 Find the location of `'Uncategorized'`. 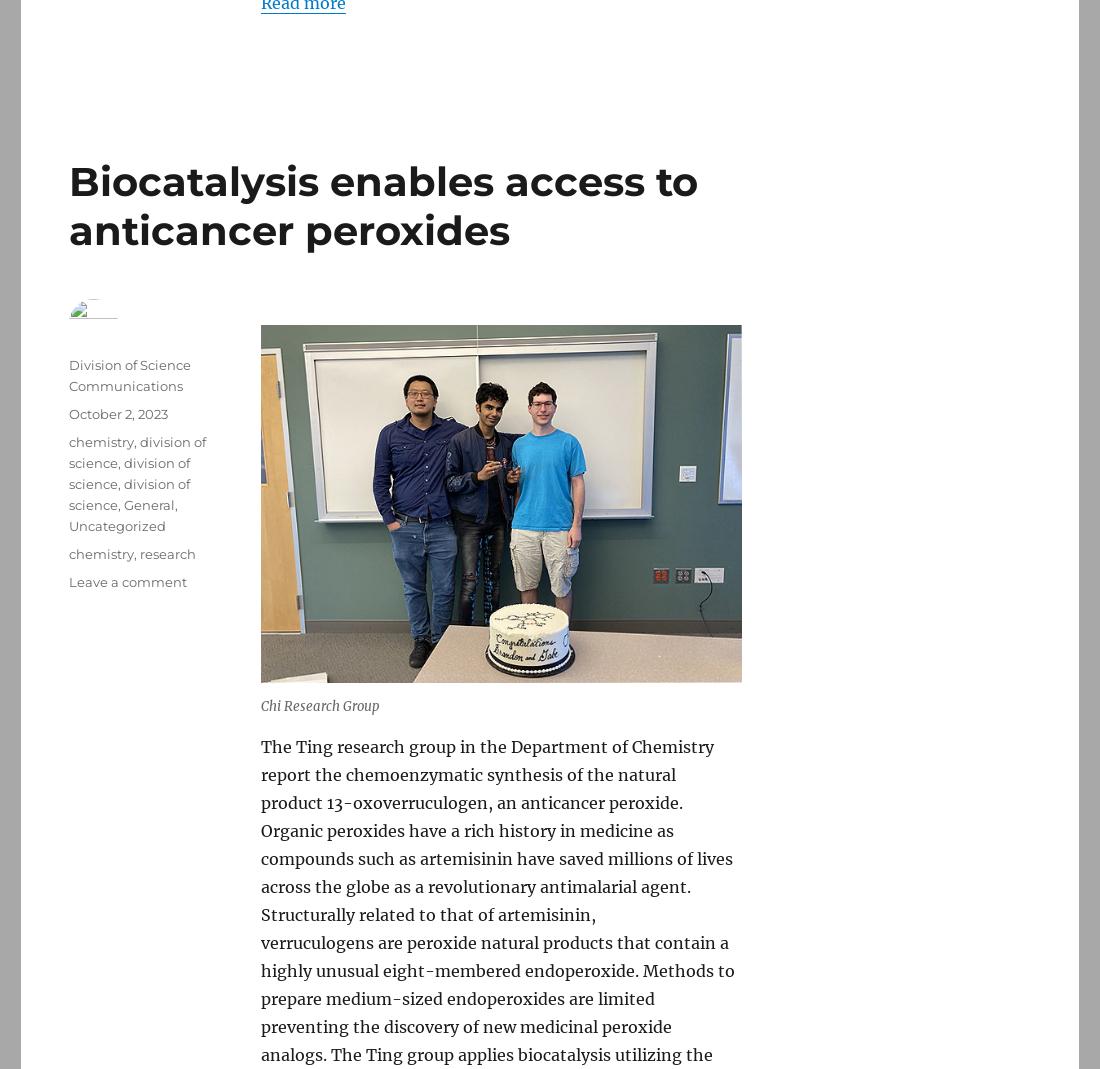

'Uncategorized' is located at coordinates (117, 523).